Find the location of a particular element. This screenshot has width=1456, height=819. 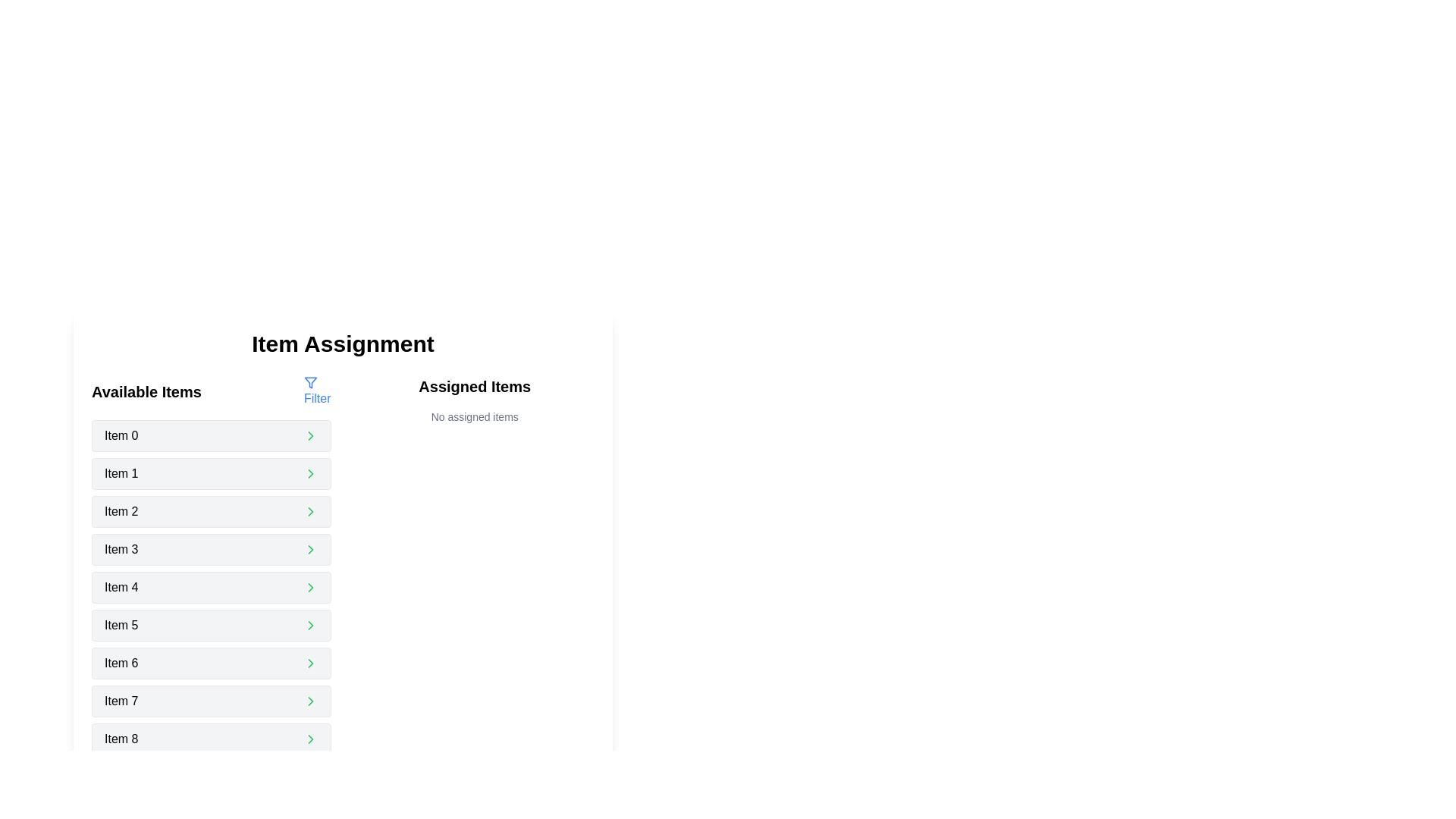

the chevron icon located at the far-right of 'Item 5' is located at coordinates (309, 626).